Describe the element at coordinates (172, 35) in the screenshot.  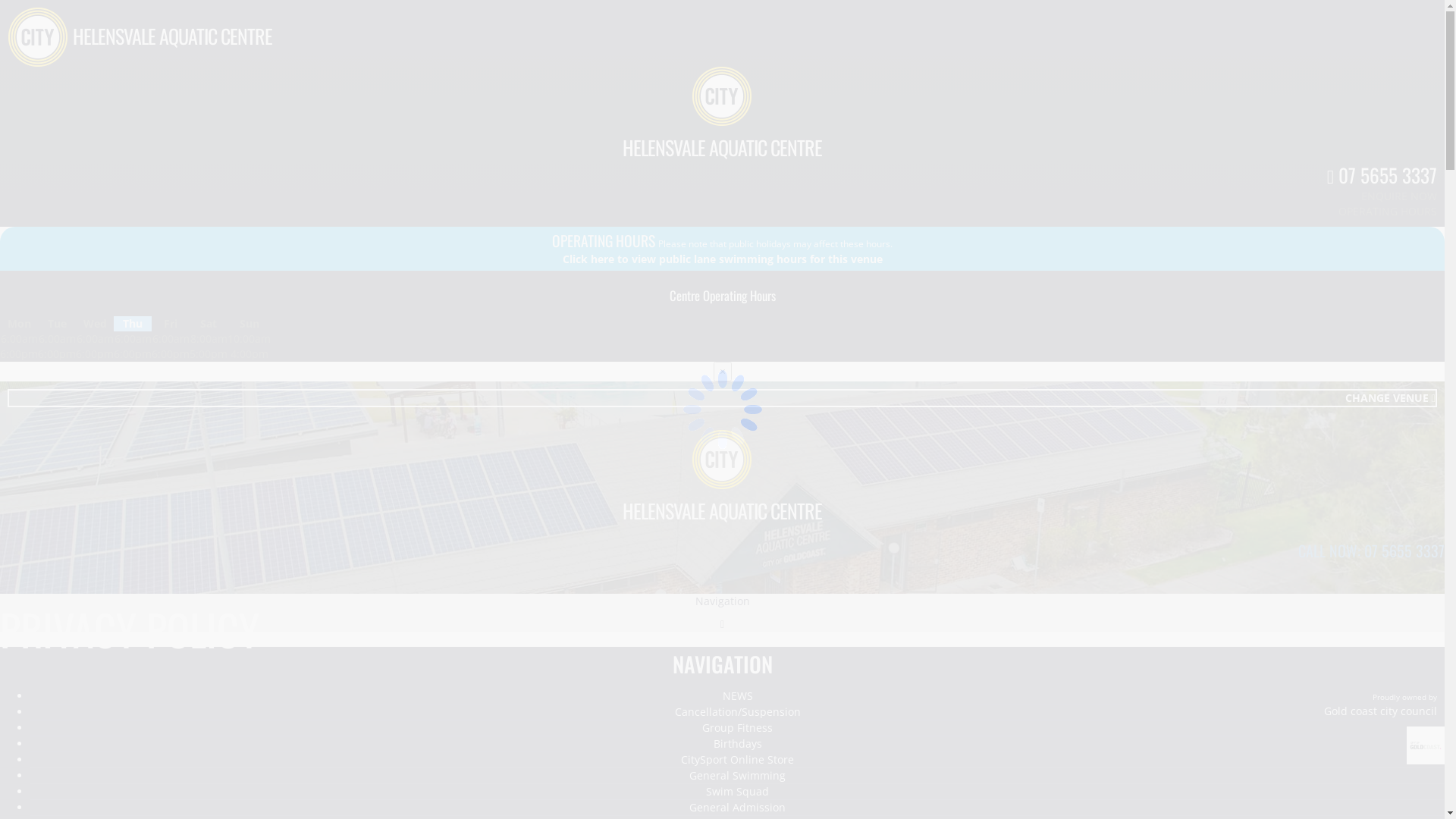
I see `'HELENSVALE AQUATIC CENTRE'` at that location.